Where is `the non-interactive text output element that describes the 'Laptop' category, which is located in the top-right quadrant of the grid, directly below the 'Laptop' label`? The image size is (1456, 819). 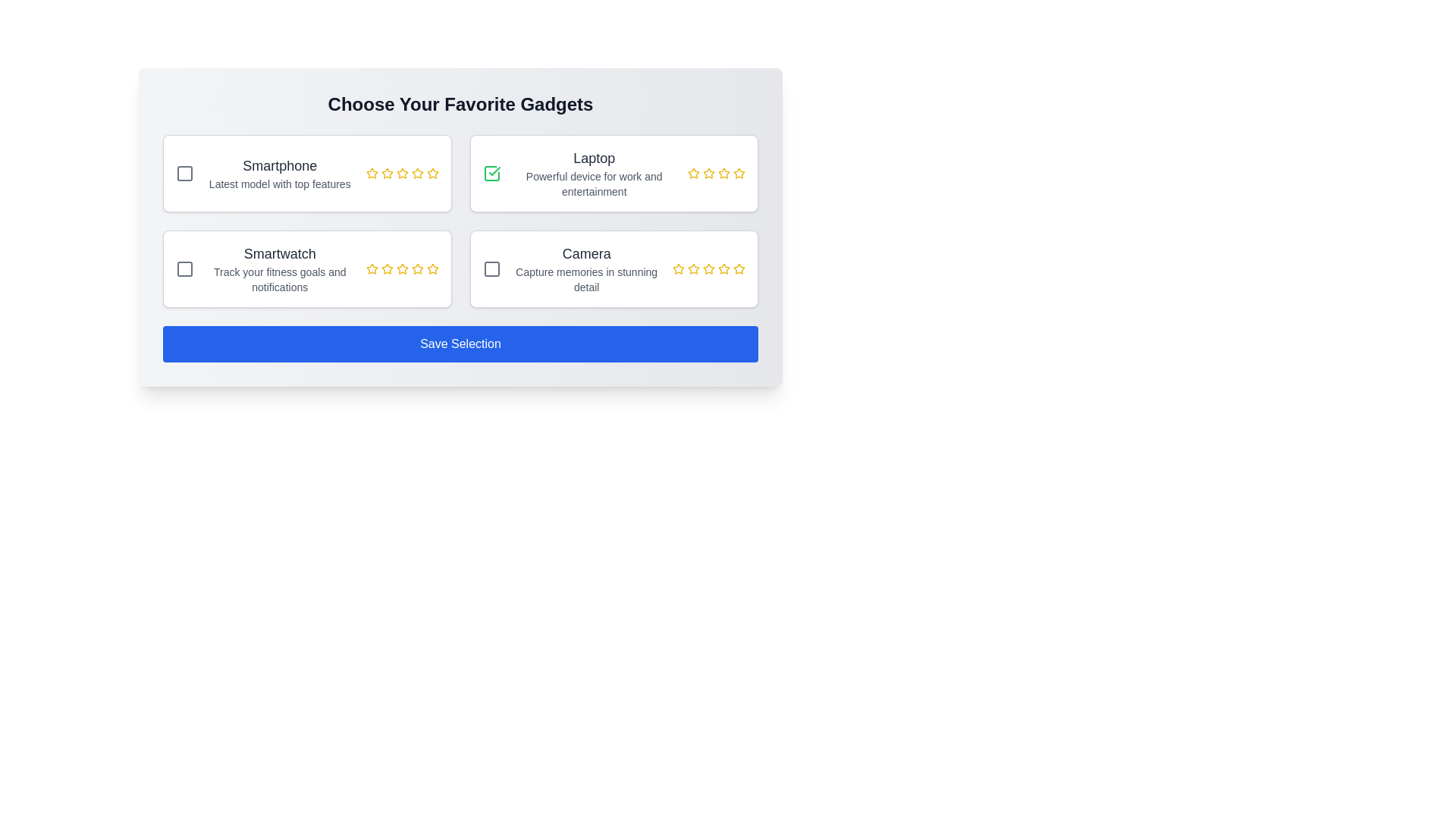
the non-interactive text output element that describes the 'Laptop' category, which is located in the top-right quadrant of the grid, directly below the 'Laptop' label is located at coordinates (593, 184).